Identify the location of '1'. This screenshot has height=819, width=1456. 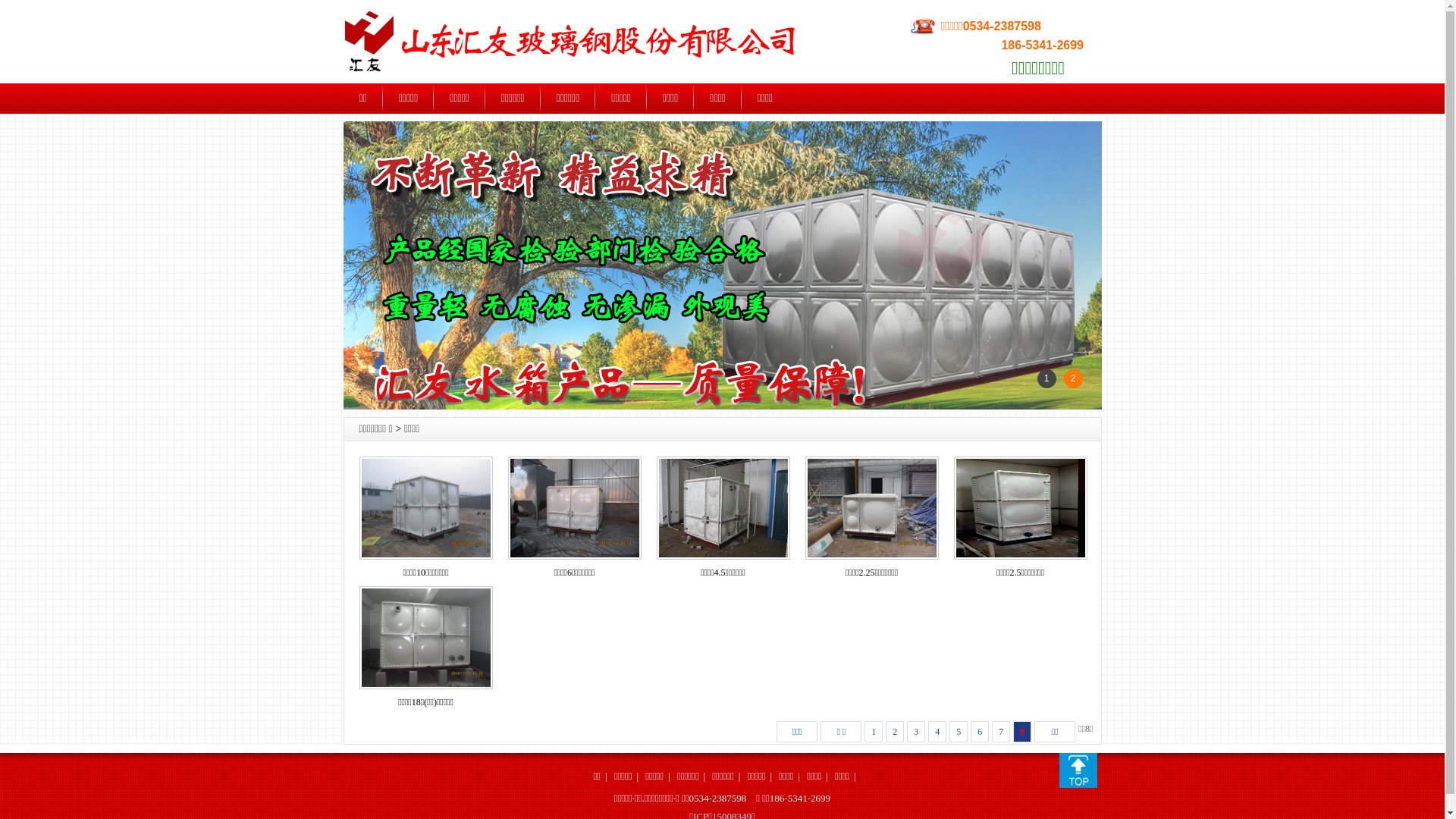
(864, 730).